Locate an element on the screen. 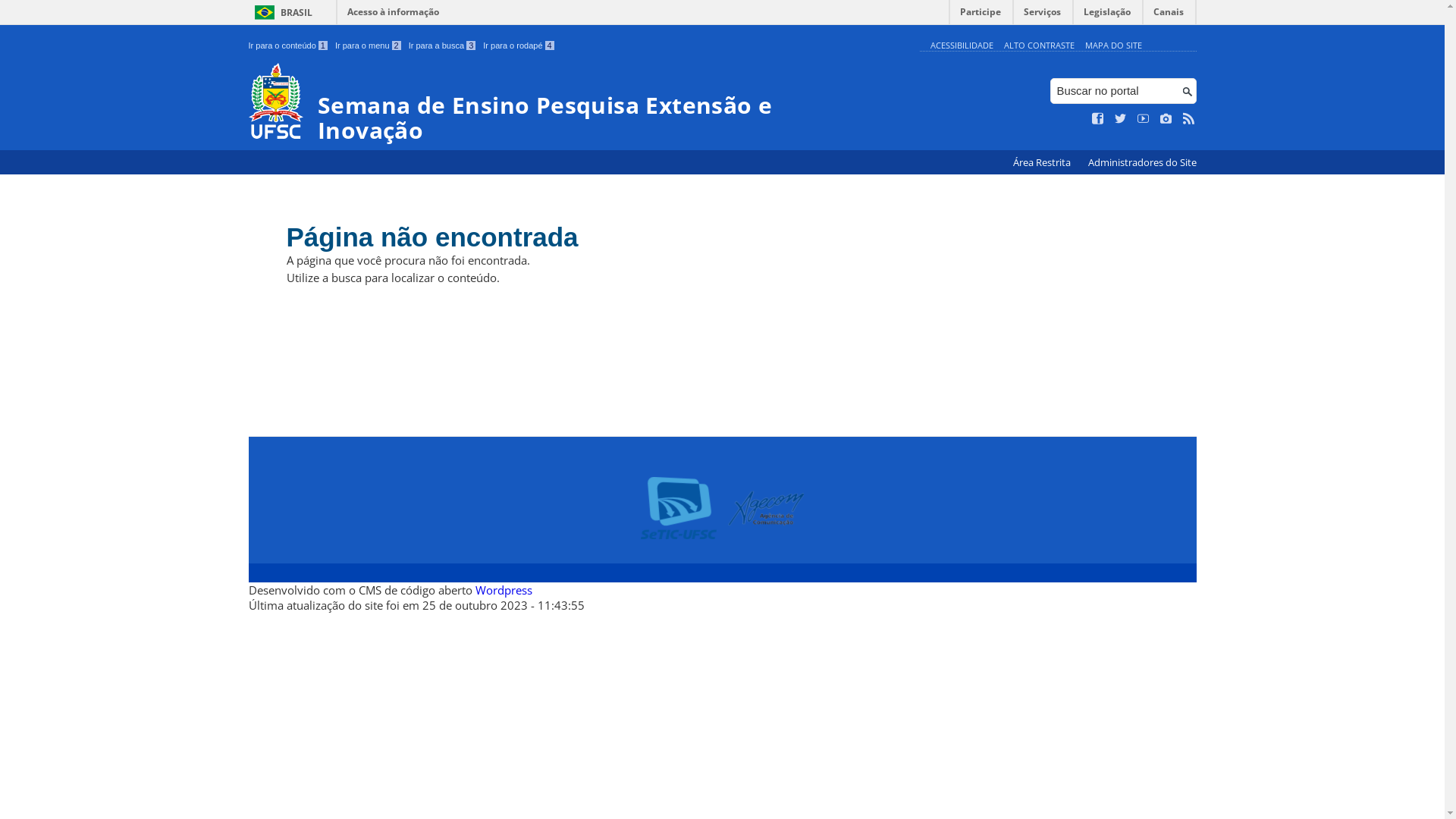 The width and height of the screenshot is (1456, 819). 'BRASIL' is located at coordinates (281, 12).